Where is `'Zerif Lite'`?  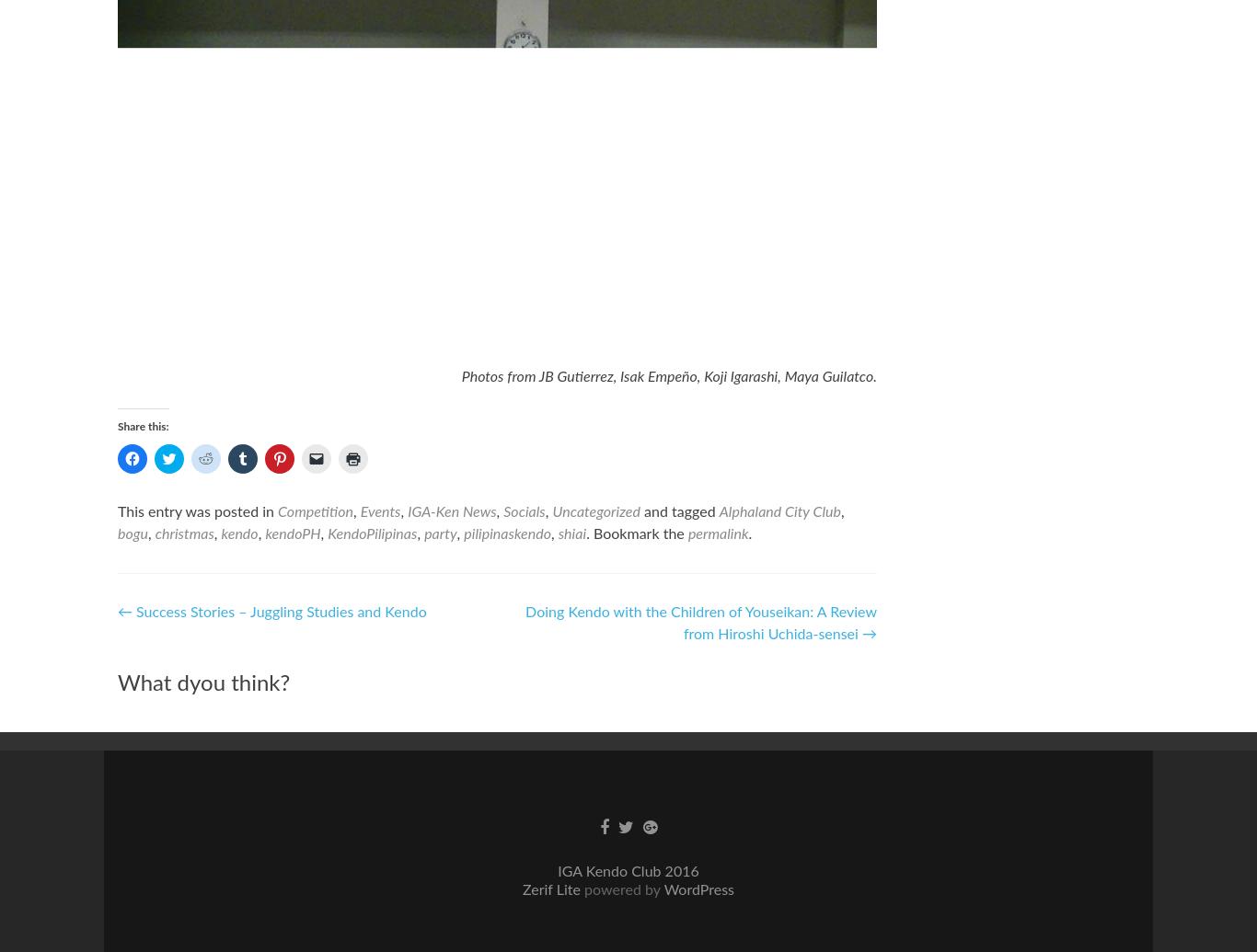
'Zerif Lite' is located at coordinates (552, 889).